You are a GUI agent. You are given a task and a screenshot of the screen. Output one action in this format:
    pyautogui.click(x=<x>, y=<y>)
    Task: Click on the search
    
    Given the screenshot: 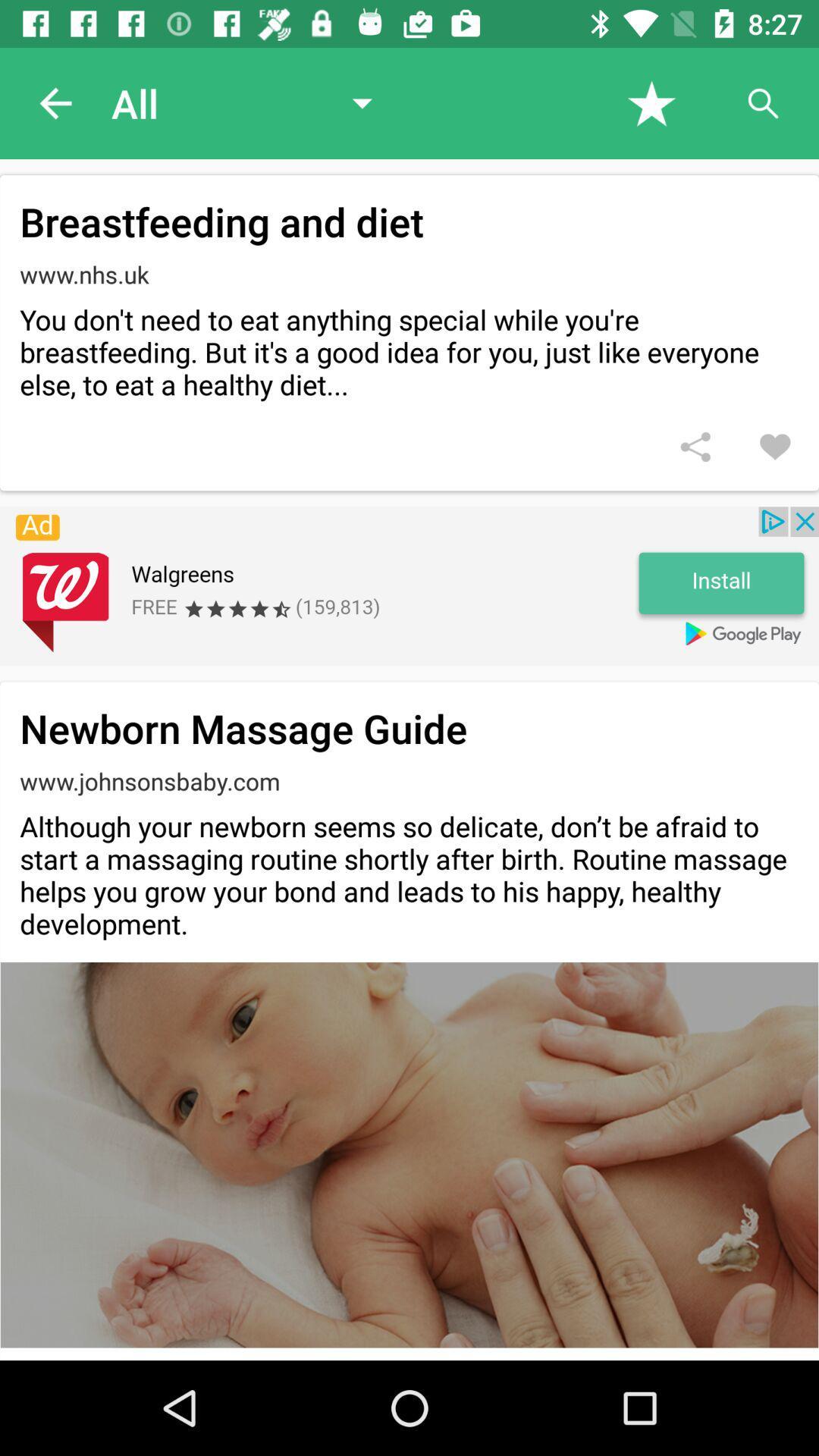 What is the action you would take?
    pyautogui.click(x=763, y=102)
    